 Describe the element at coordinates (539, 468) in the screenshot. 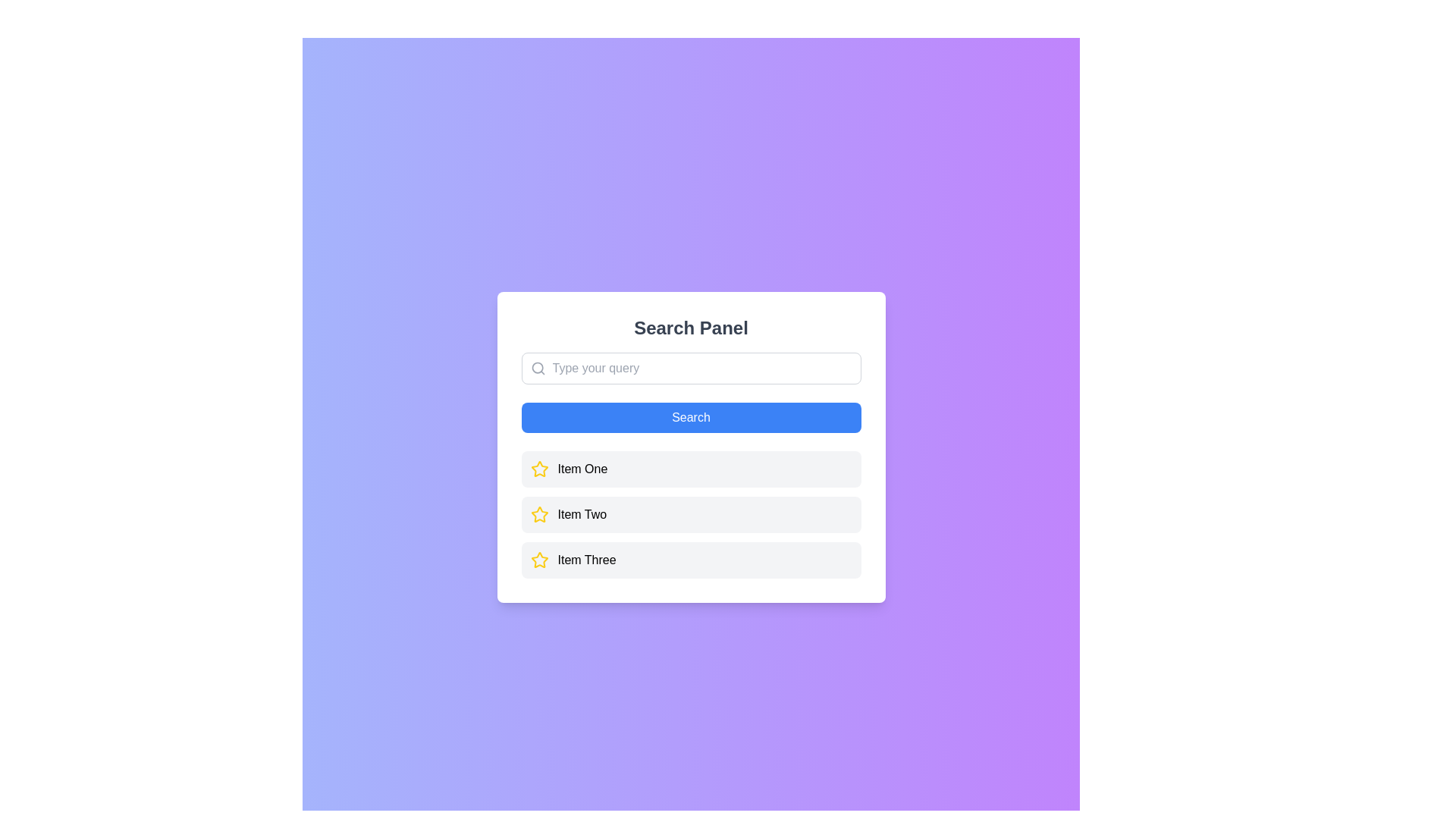

I see `the yellow star-shaped icon next to the text 'Item Two' to mark it as a favorite or toggle its status` at that location.